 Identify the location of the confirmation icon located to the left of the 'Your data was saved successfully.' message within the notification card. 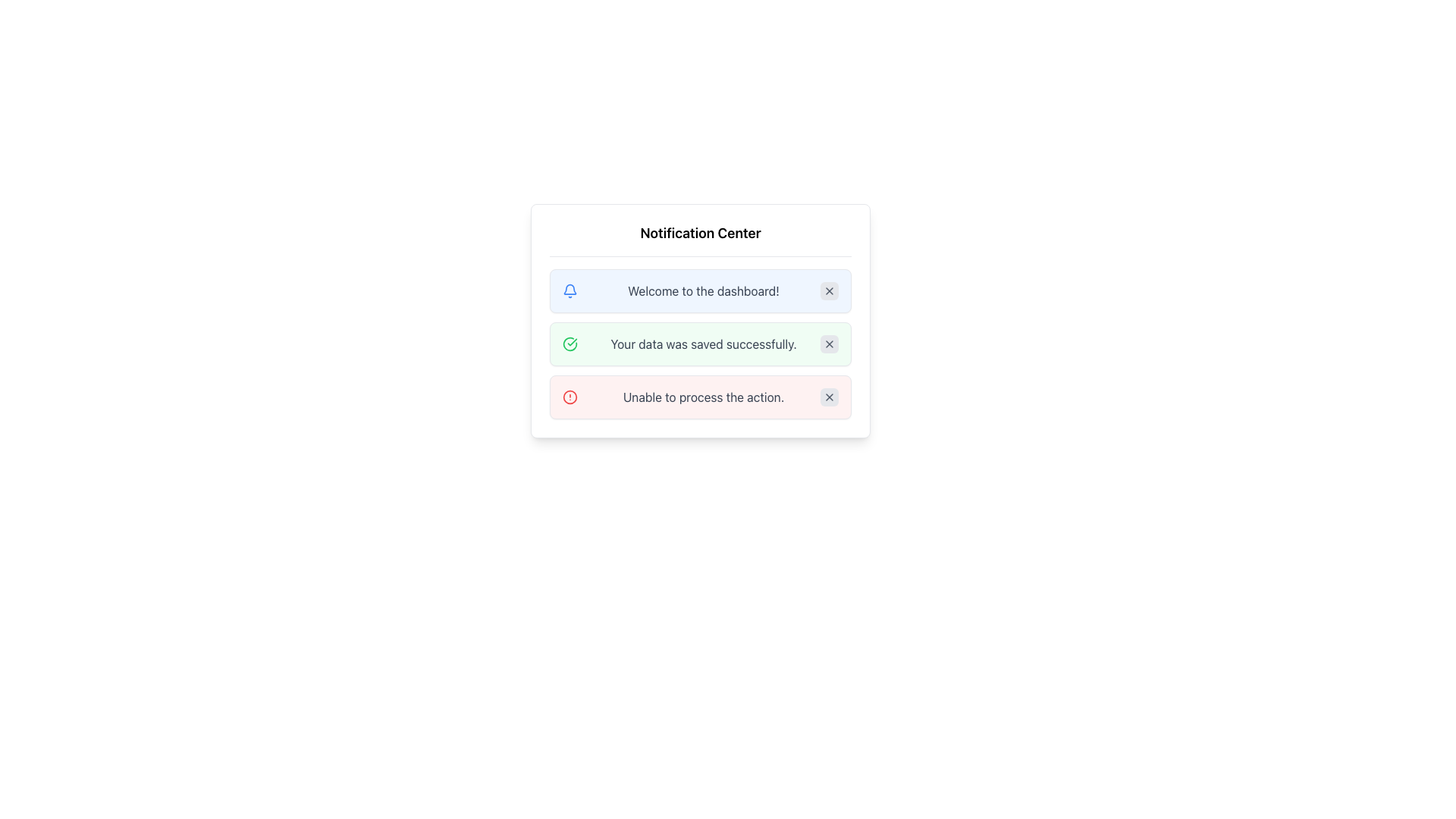
(570, 344).